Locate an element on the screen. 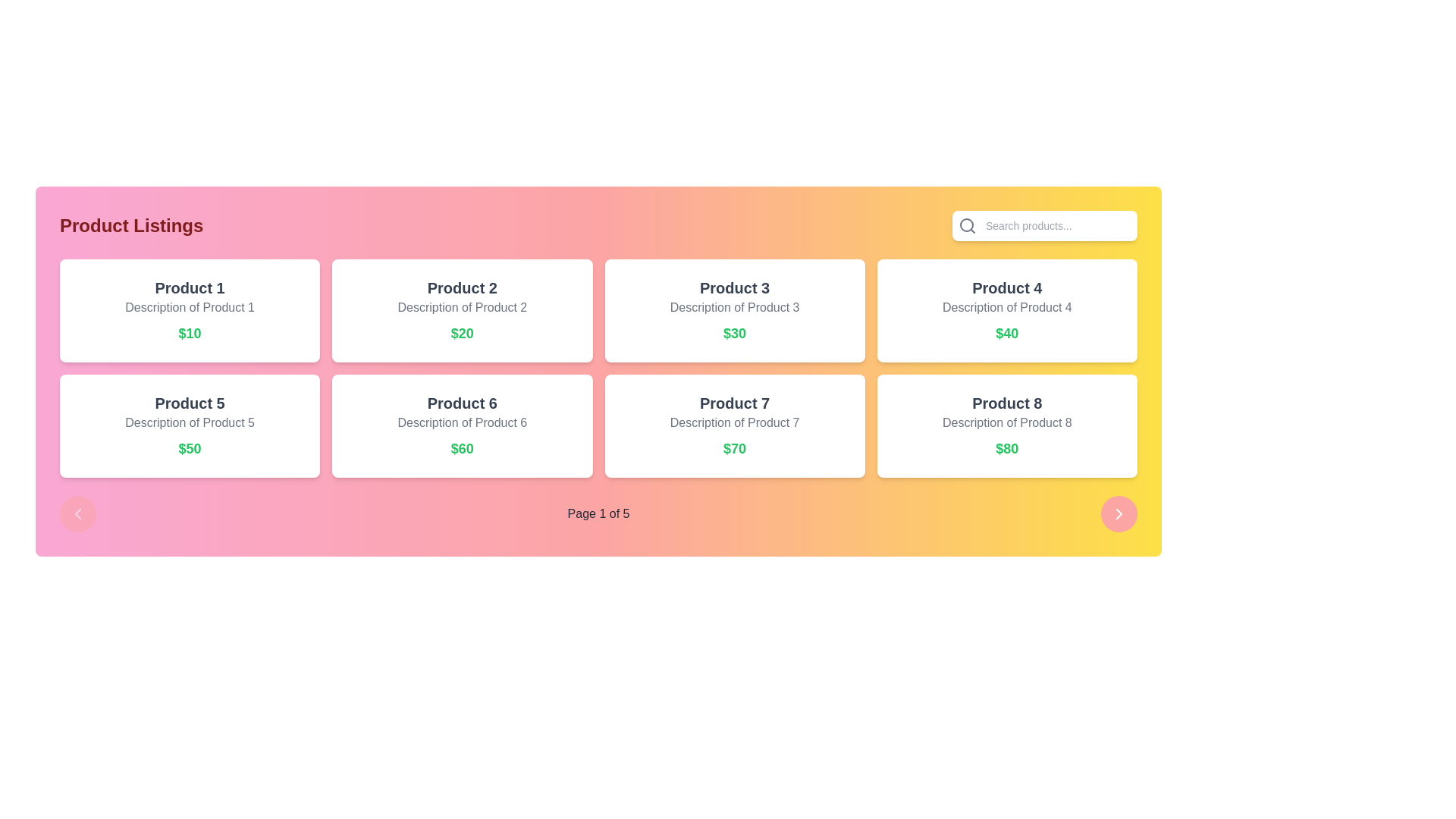 This screenshot has width=1456, height=819. the left circular button with a red background that serves as a navigation control for moving to the previous item or page is located at coordinates (77, 513).